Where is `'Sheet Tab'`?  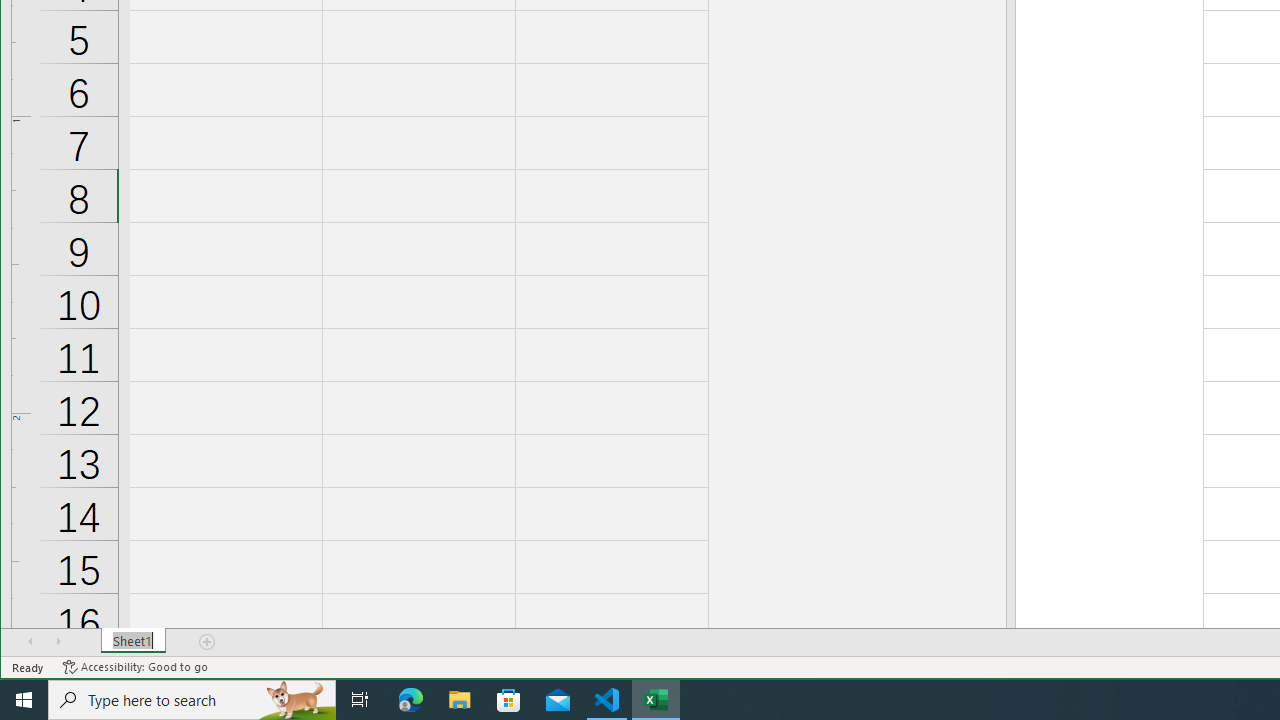
'Sheet Tab' is located at coordinates (132, 641).